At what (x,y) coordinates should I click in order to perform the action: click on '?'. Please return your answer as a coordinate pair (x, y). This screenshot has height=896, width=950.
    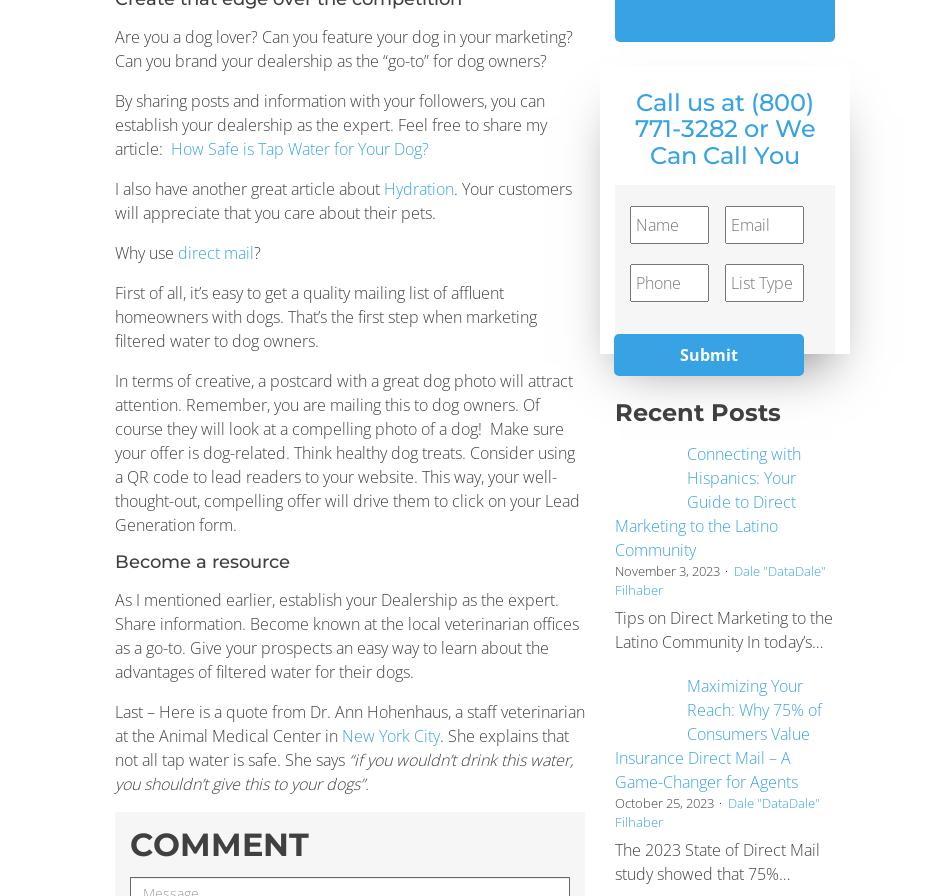
    Looking at the image, I should click on (256, 250).